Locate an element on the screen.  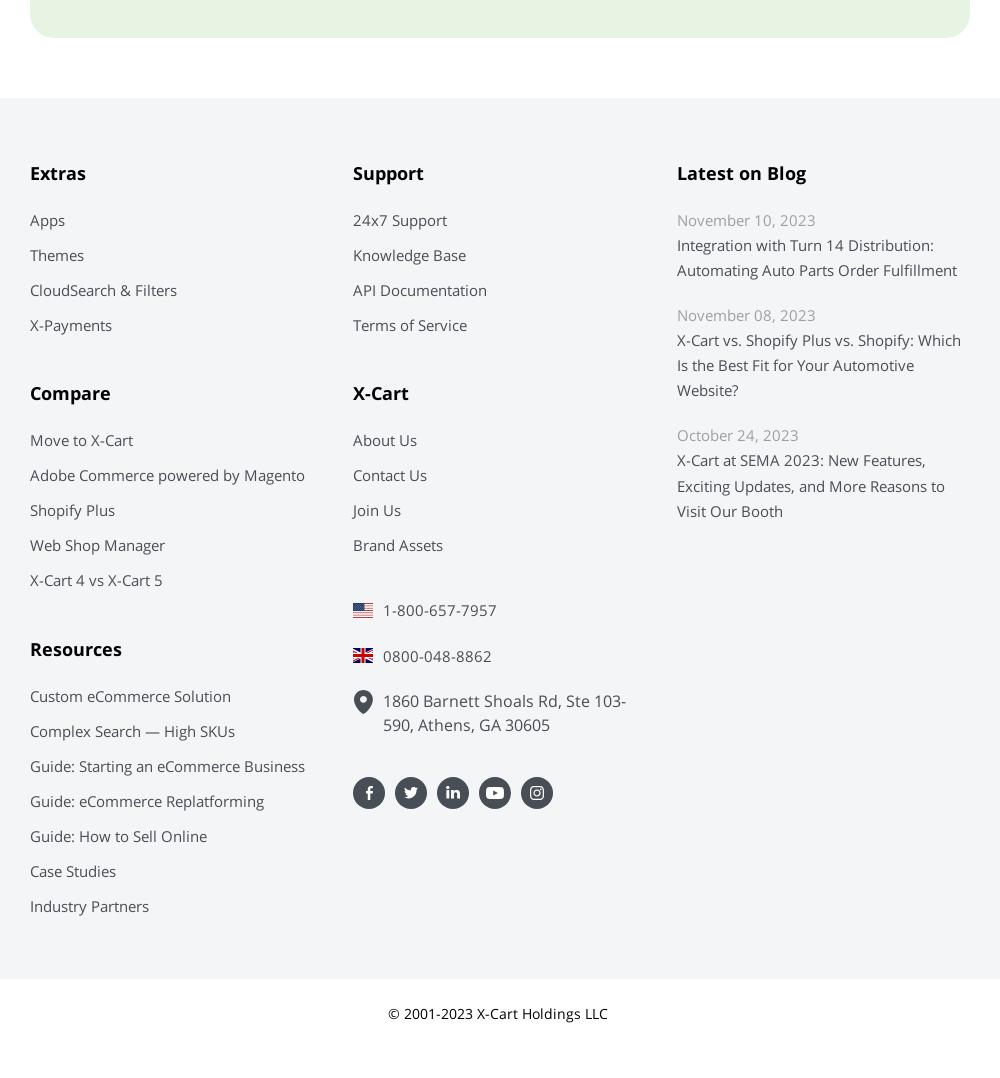
'Guide: How to Sell Online' is located at coordinates (117, 835).